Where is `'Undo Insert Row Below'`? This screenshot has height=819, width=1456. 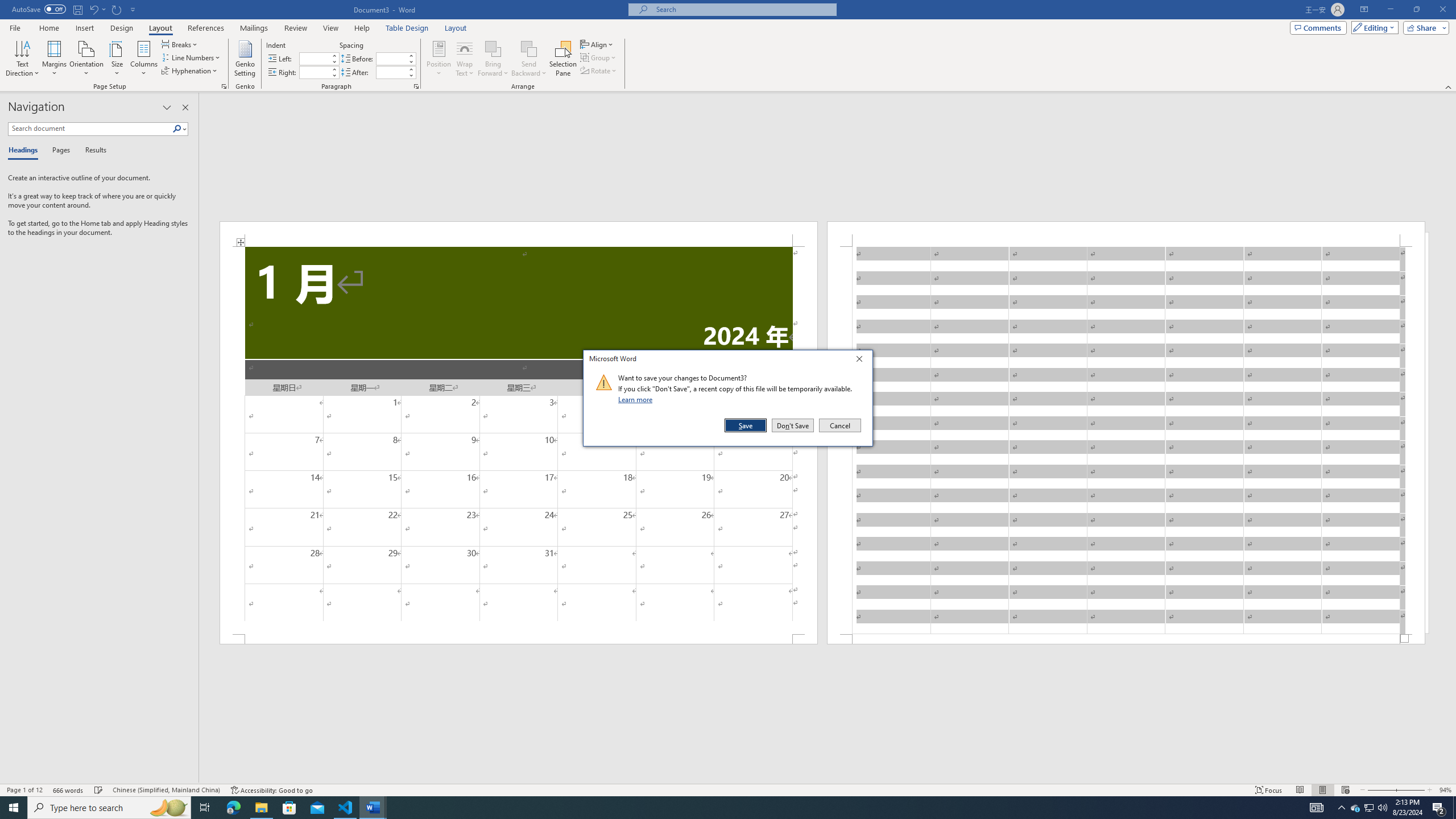 'Undo Insert Row Below' is located at coordinates (97, 9).